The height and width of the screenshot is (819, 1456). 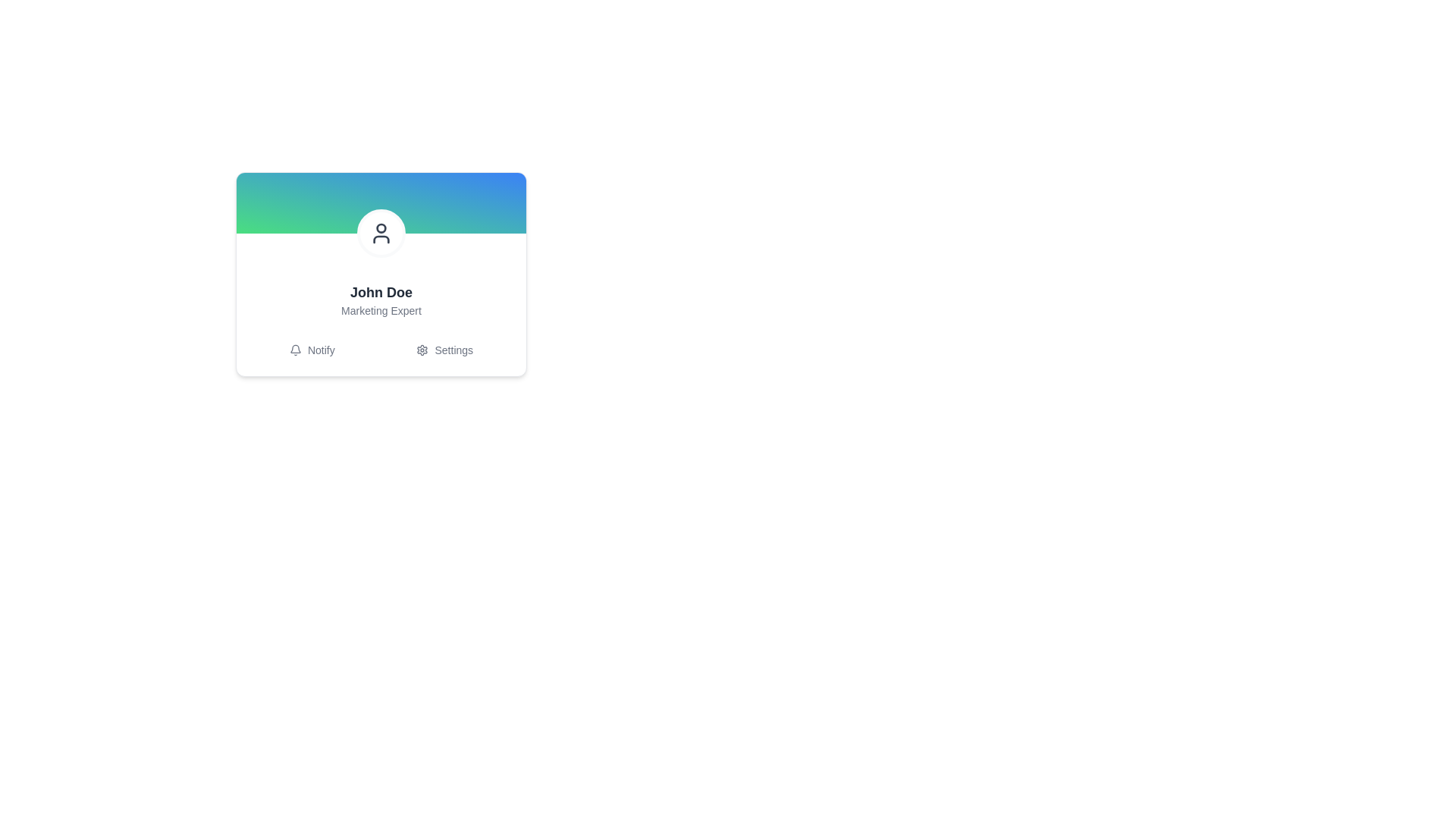 What do you see at coordinates (381, 292) in the screenshot?
I see `the label 'John Doe', which is styled in bold, large characters and is prominently displayed as the top text in a centered card layout, positioned above the 'Marketing Expert' text` at bounding box center [381, 292].